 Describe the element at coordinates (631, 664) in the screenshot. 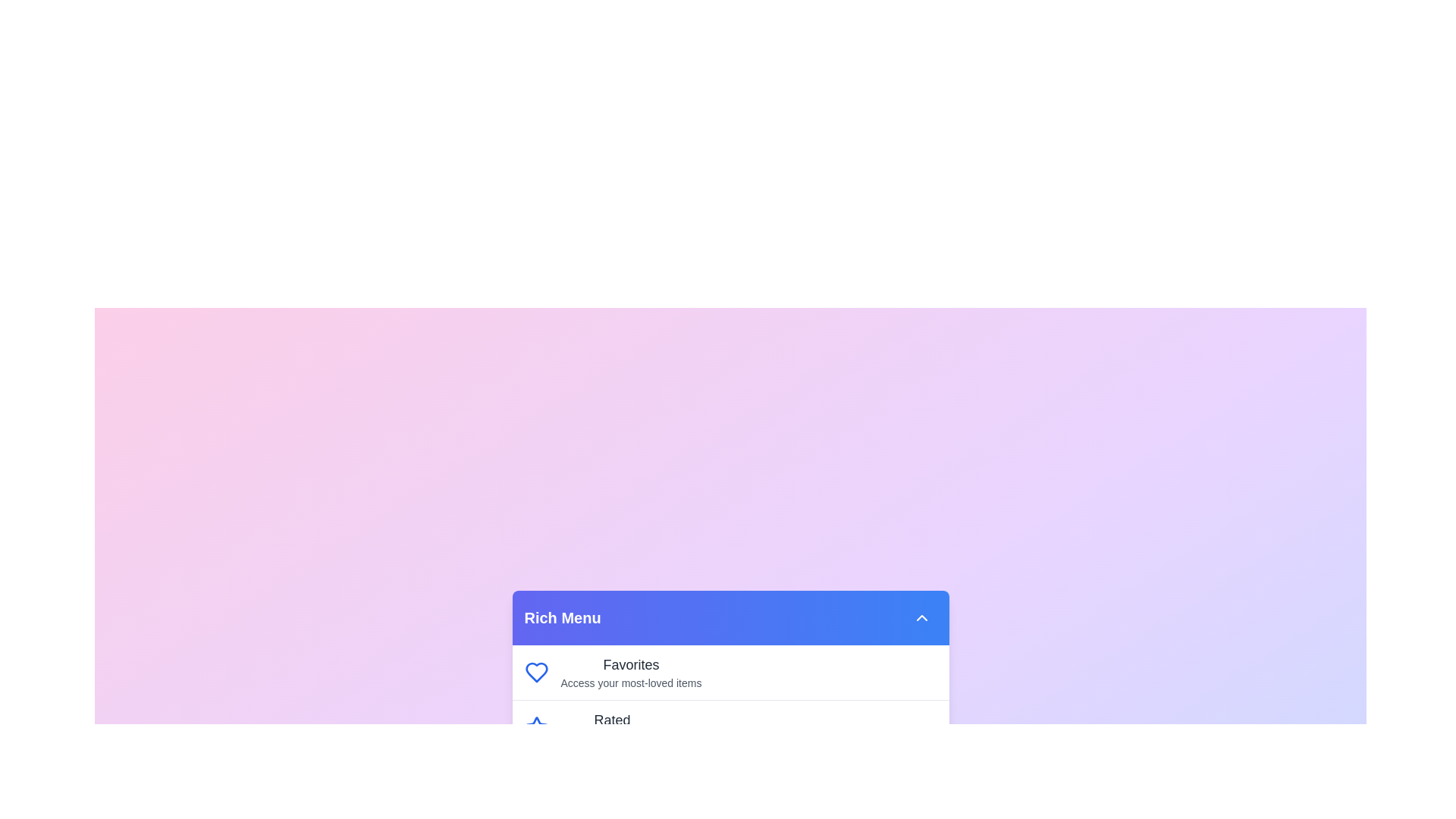

I see `the menu item Favorites to highlight it` at that location.